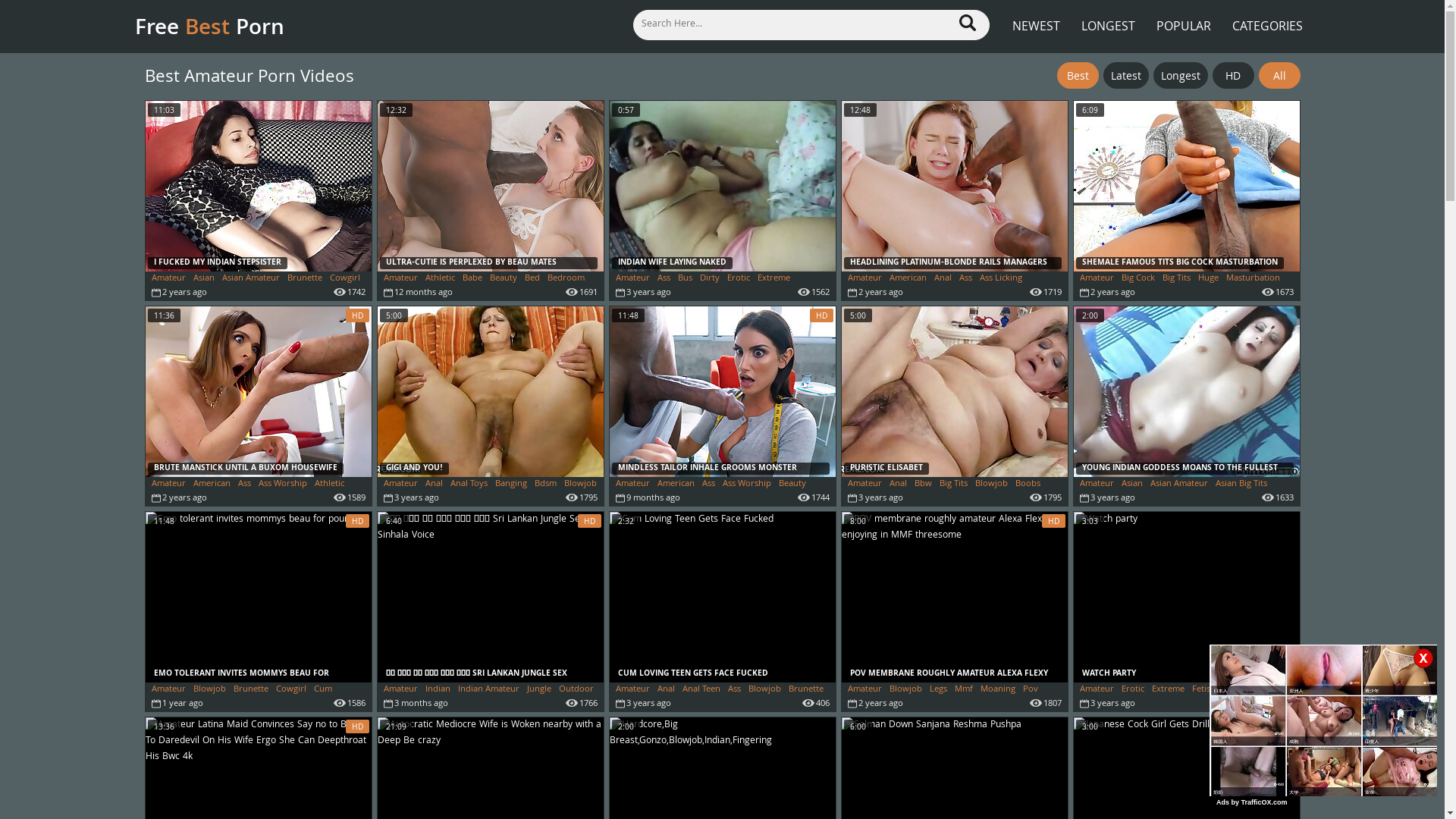 This screenshot has width=1456, height=819. I want to click on 'Amateur', so click(168, 484).